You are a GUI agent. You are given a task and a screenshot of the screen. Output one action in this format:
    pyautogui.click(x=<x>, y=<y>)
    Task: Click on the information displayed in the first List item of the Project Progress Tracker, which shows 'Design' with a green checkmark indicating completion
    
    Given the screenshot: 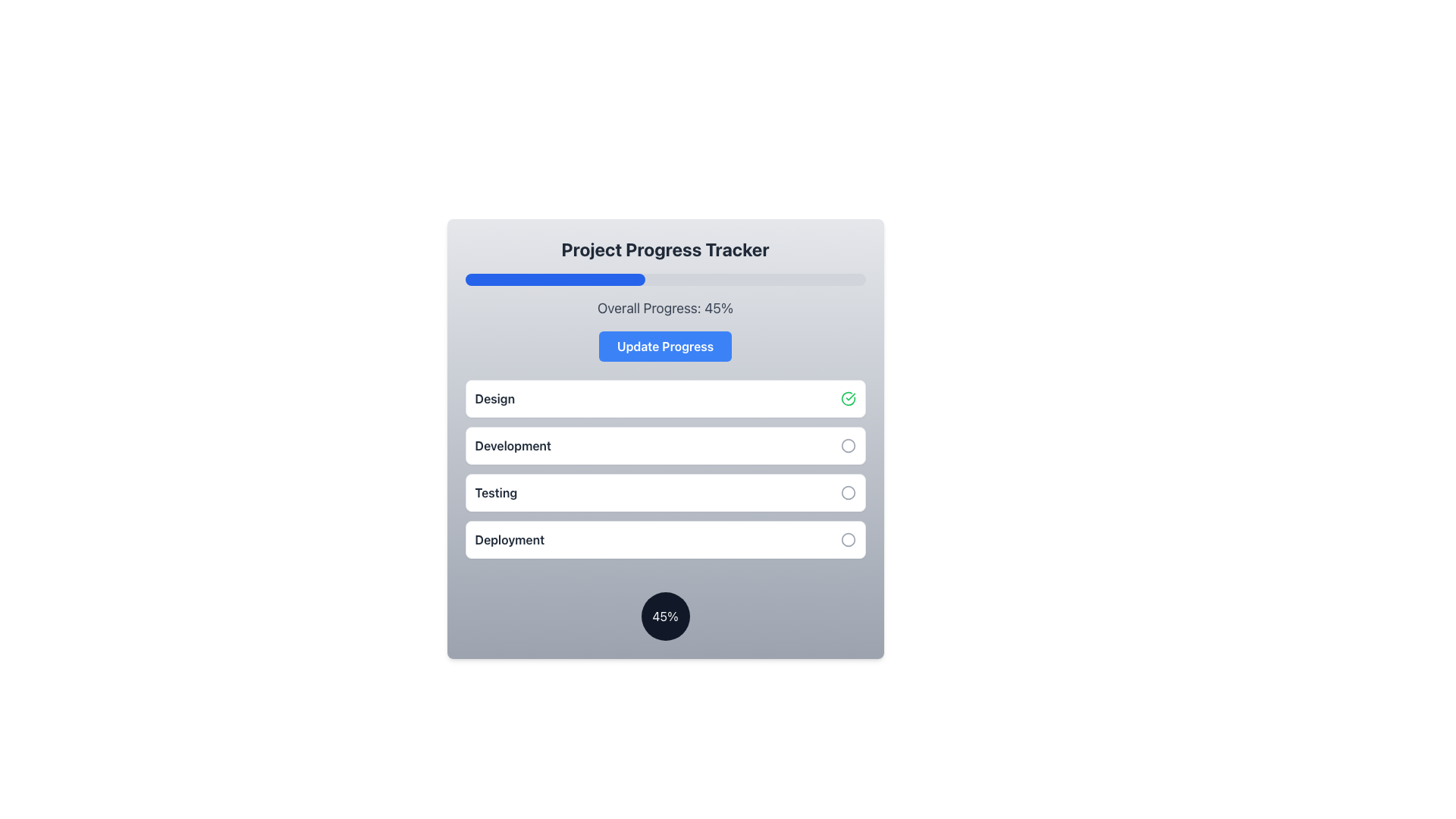 What is the action you would take?
    pyautogui.click(x=665, y=397)
    